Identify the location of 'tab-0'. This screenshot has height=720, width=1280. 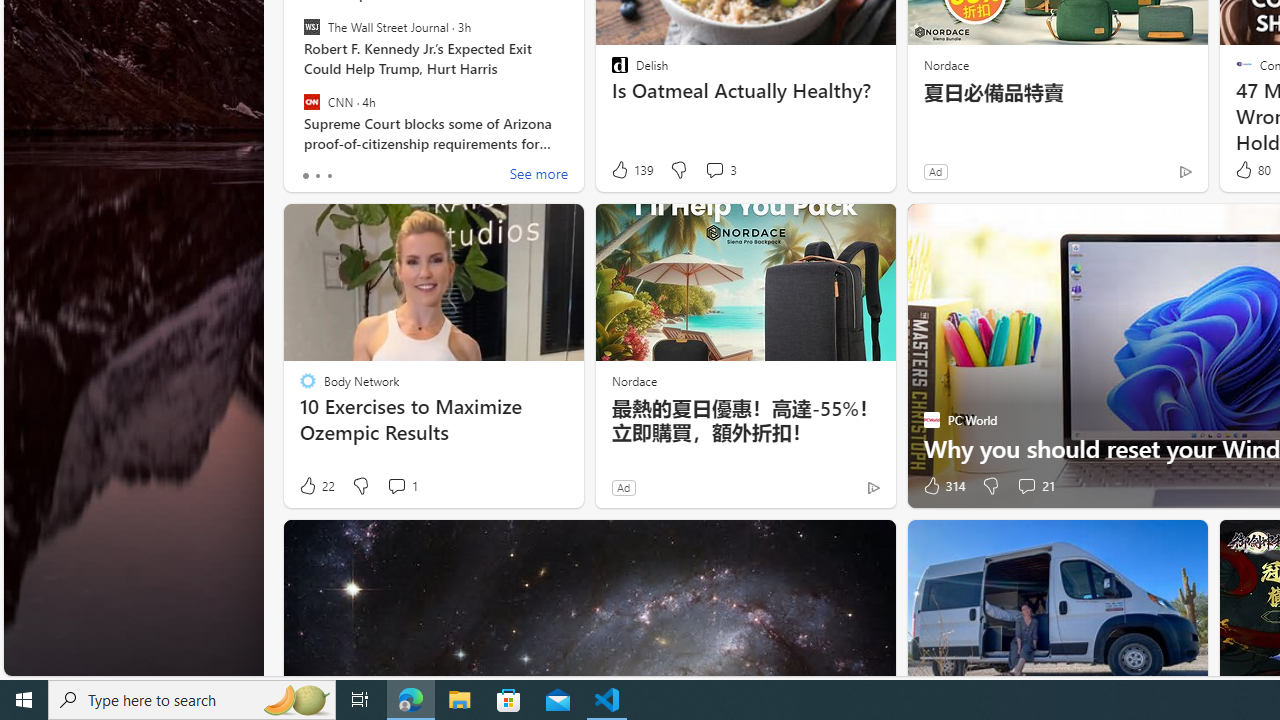
(304, 175).